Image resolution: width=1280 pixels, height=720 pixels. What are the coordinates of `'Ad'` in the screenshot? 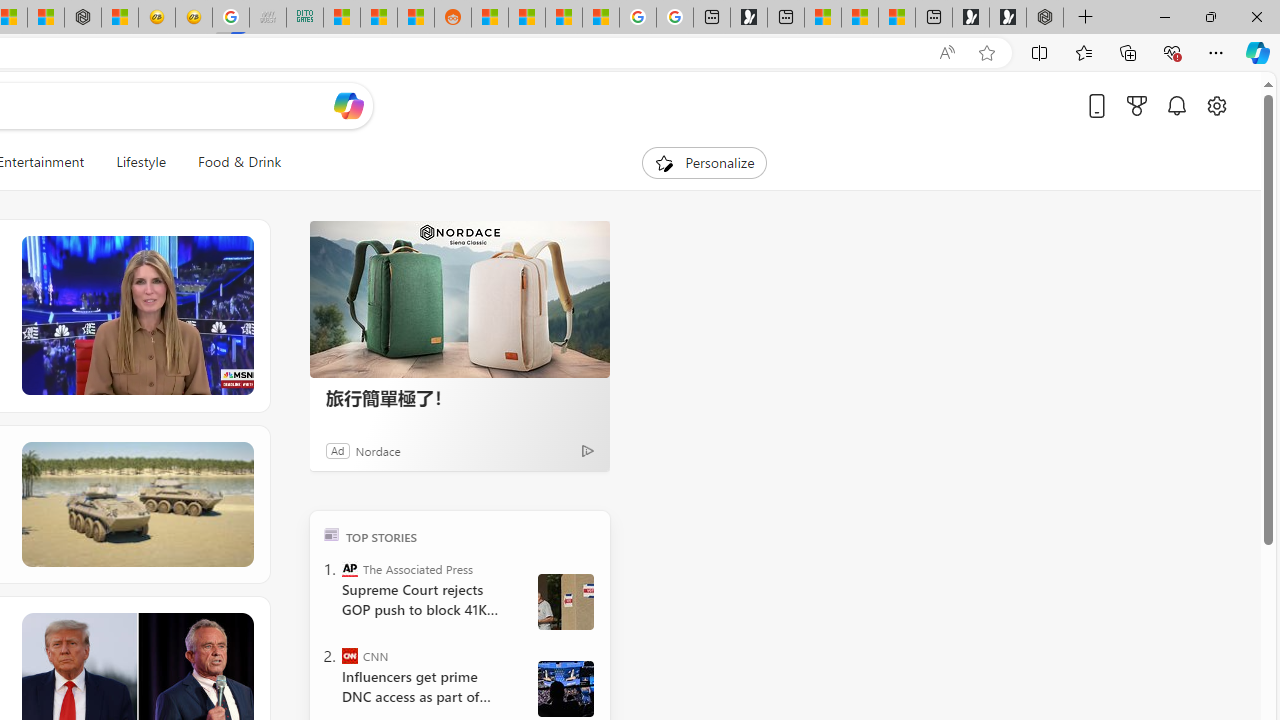 It's located at (338, 450).